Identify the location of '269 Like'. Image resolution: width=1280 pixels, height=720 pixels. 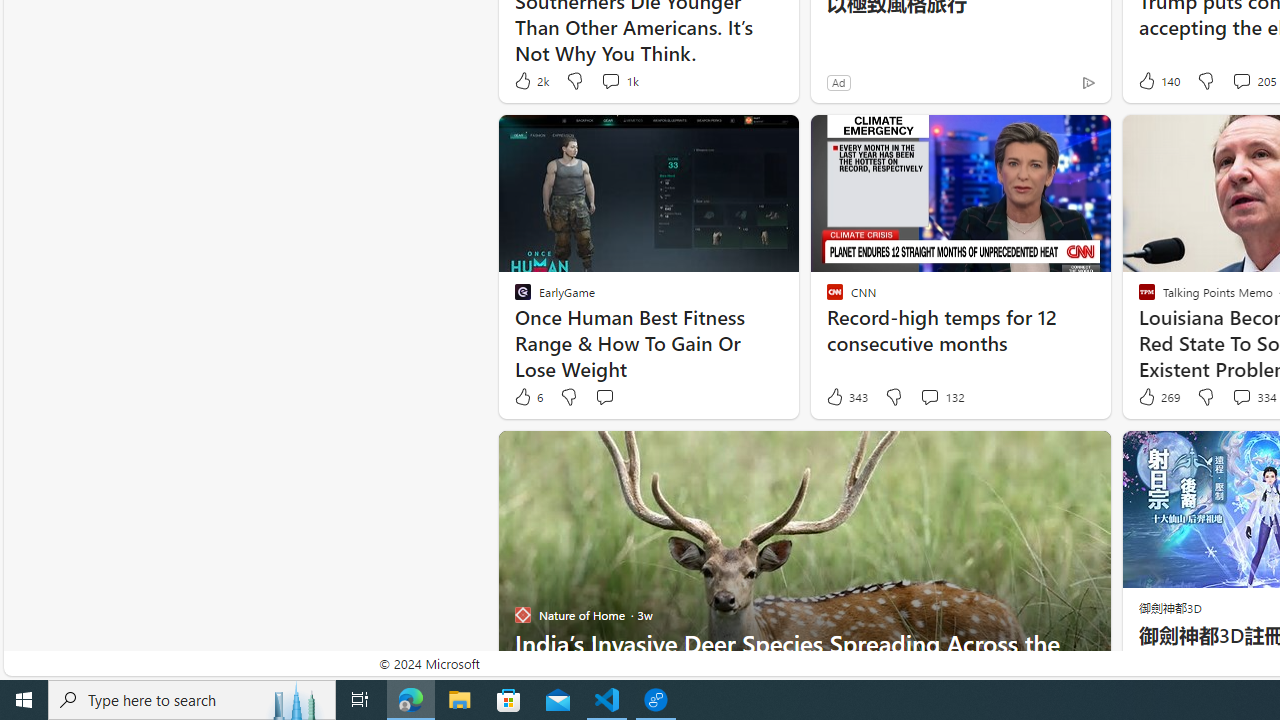
(1157, 397).